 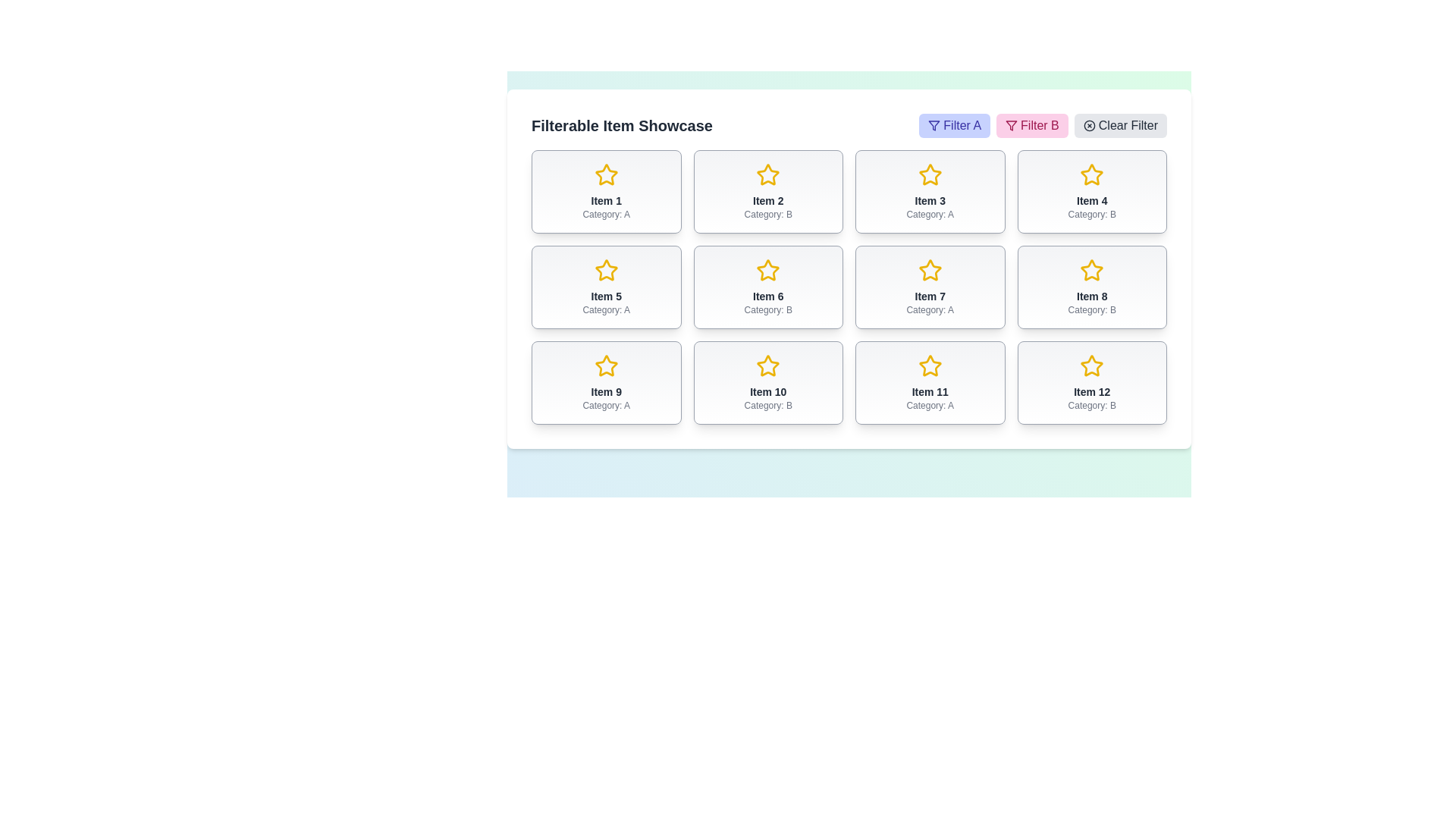 What do you see at coordinates (929, 269) in the screenshot?
I see `the outlined yellow star icon in the 'Filterable Item Showcase' to rate it` at bounding box center [929, 269].